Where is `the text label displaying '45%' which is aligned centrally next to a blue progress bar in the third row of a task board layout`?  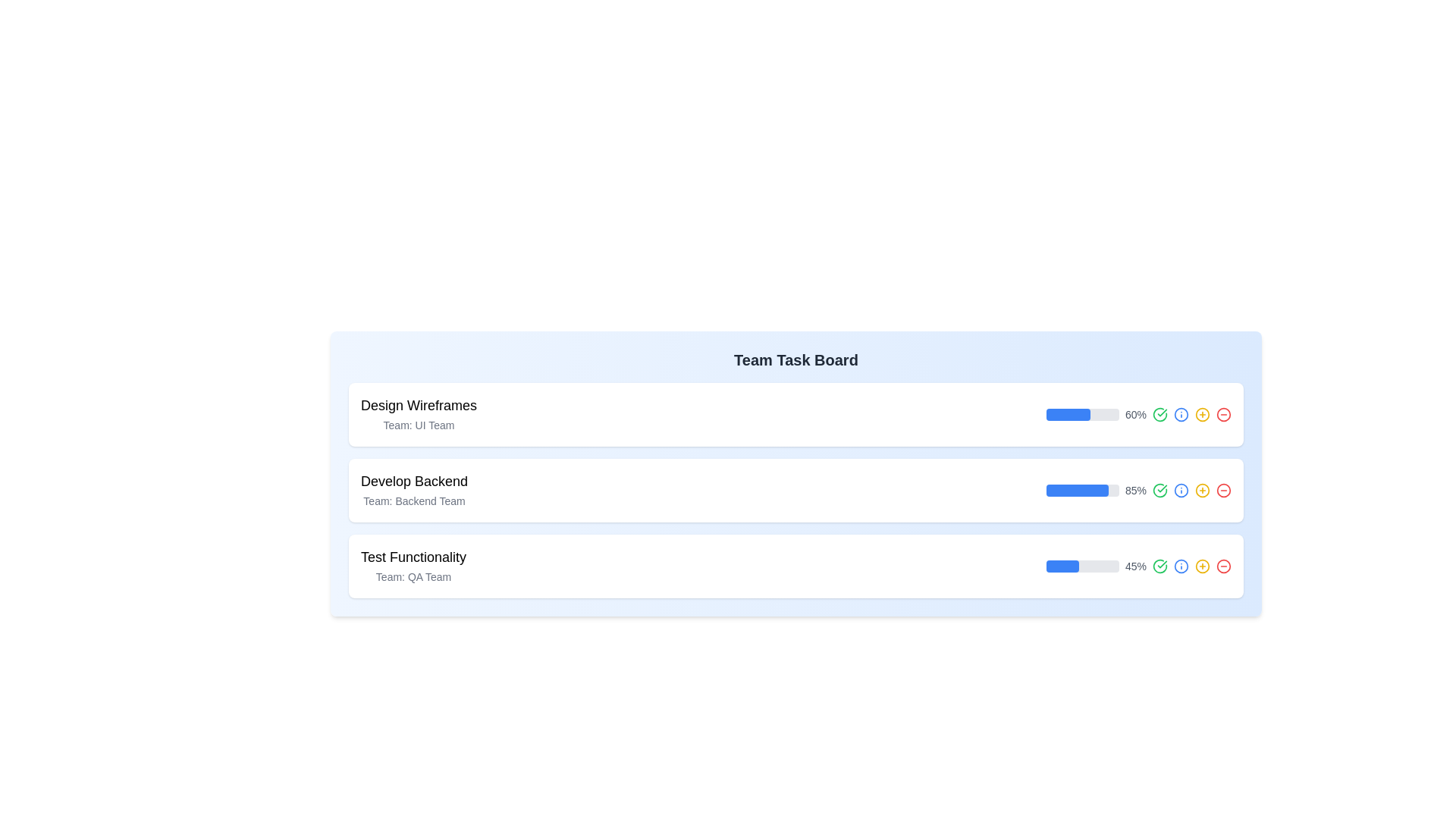 the text label displaying '45%' which is aligned centrally next to a blue progress bar in the third row of a task board layout is located at coordinates (1135, 566).